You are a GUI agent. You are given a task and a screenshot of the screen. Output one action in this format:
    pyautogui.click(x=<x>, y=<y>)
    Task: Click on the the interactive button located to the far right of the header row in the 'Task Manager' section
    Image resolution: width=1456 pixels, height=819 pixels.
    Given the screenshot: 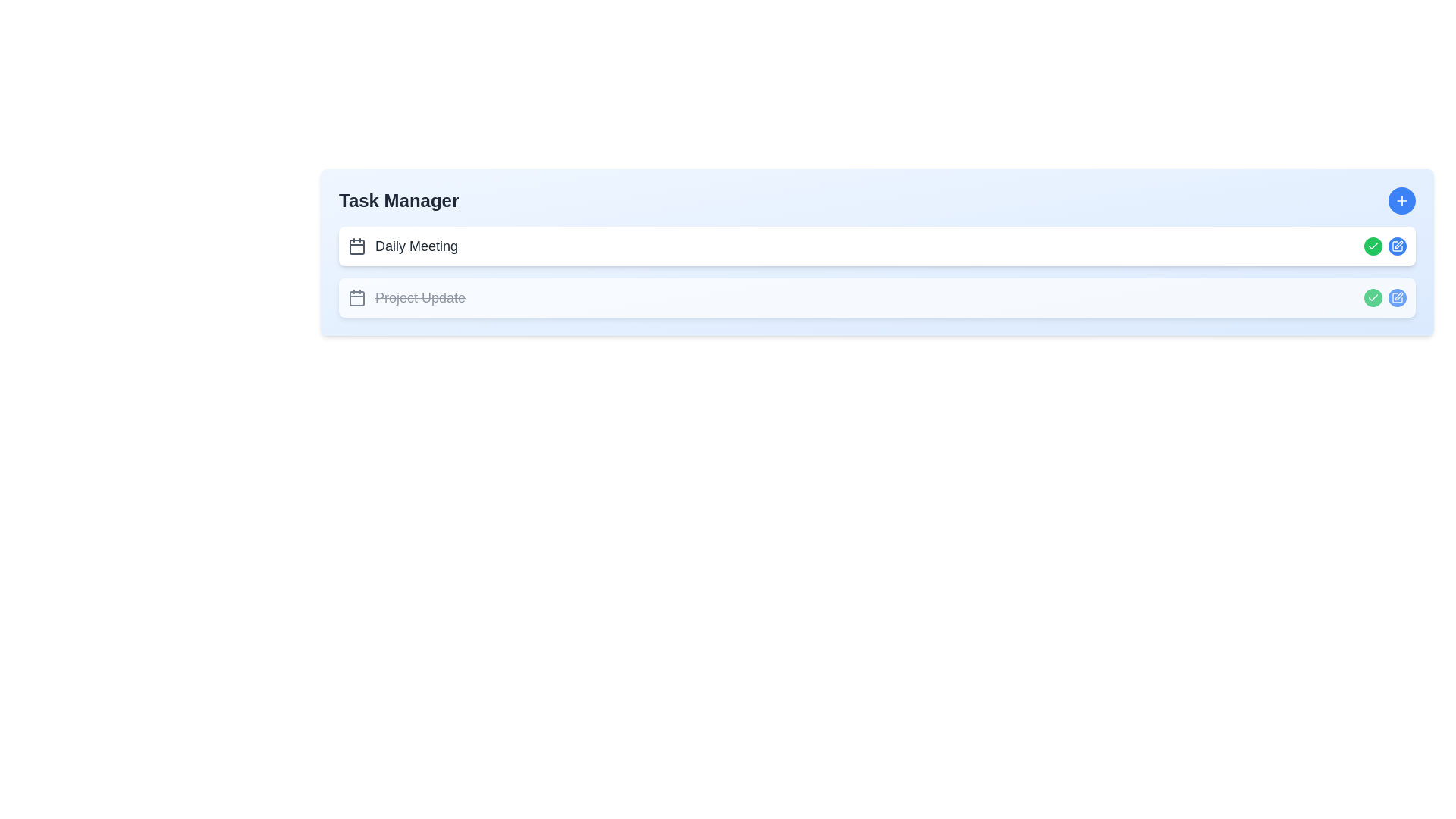 What is the action you would take?
    pyautogui.click(x=1401, y=200)
    